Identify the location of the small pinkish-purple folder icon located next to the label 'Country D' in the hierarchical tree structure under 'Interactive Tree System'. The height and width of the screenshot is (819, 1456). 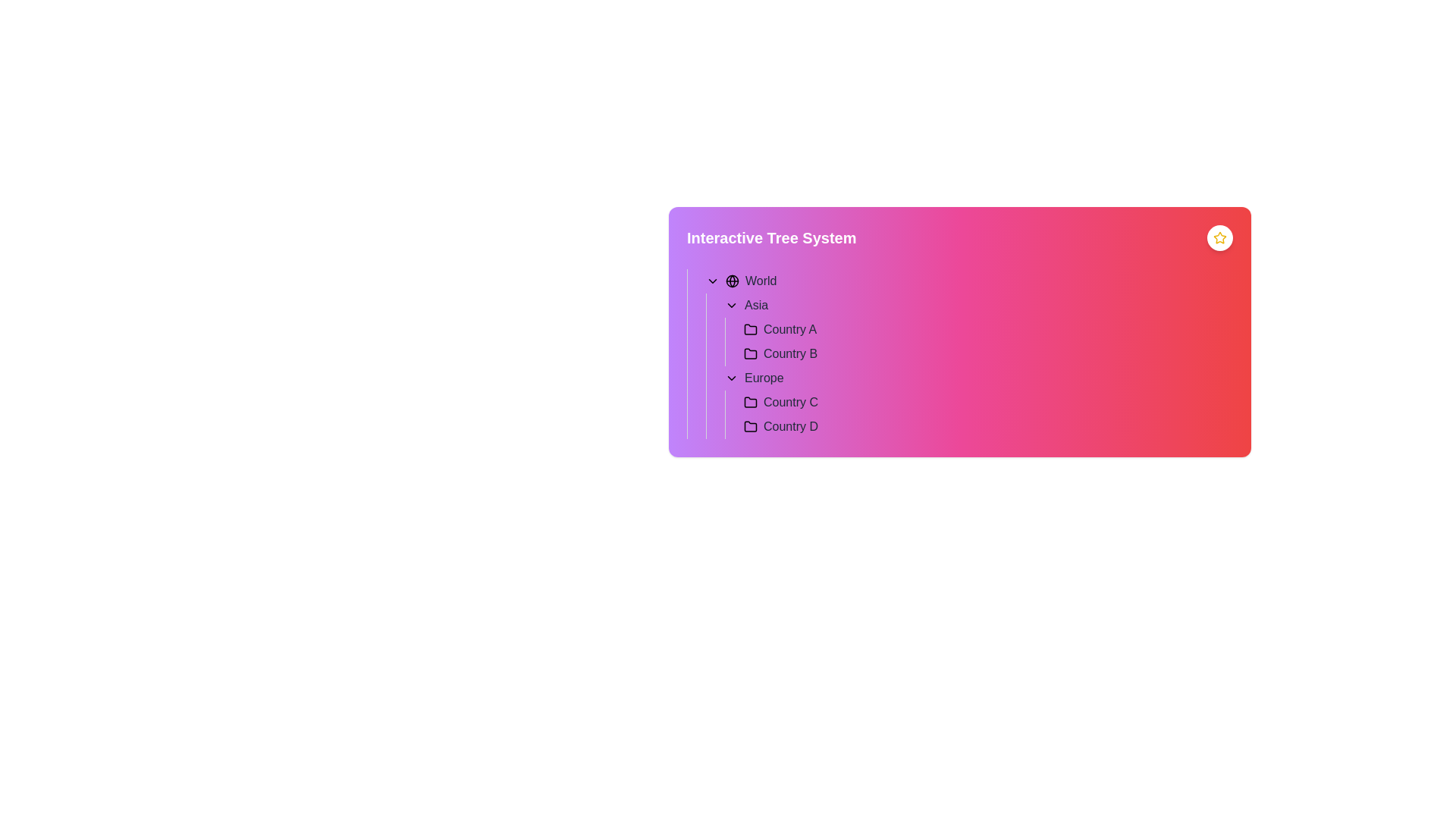
(750, 426).